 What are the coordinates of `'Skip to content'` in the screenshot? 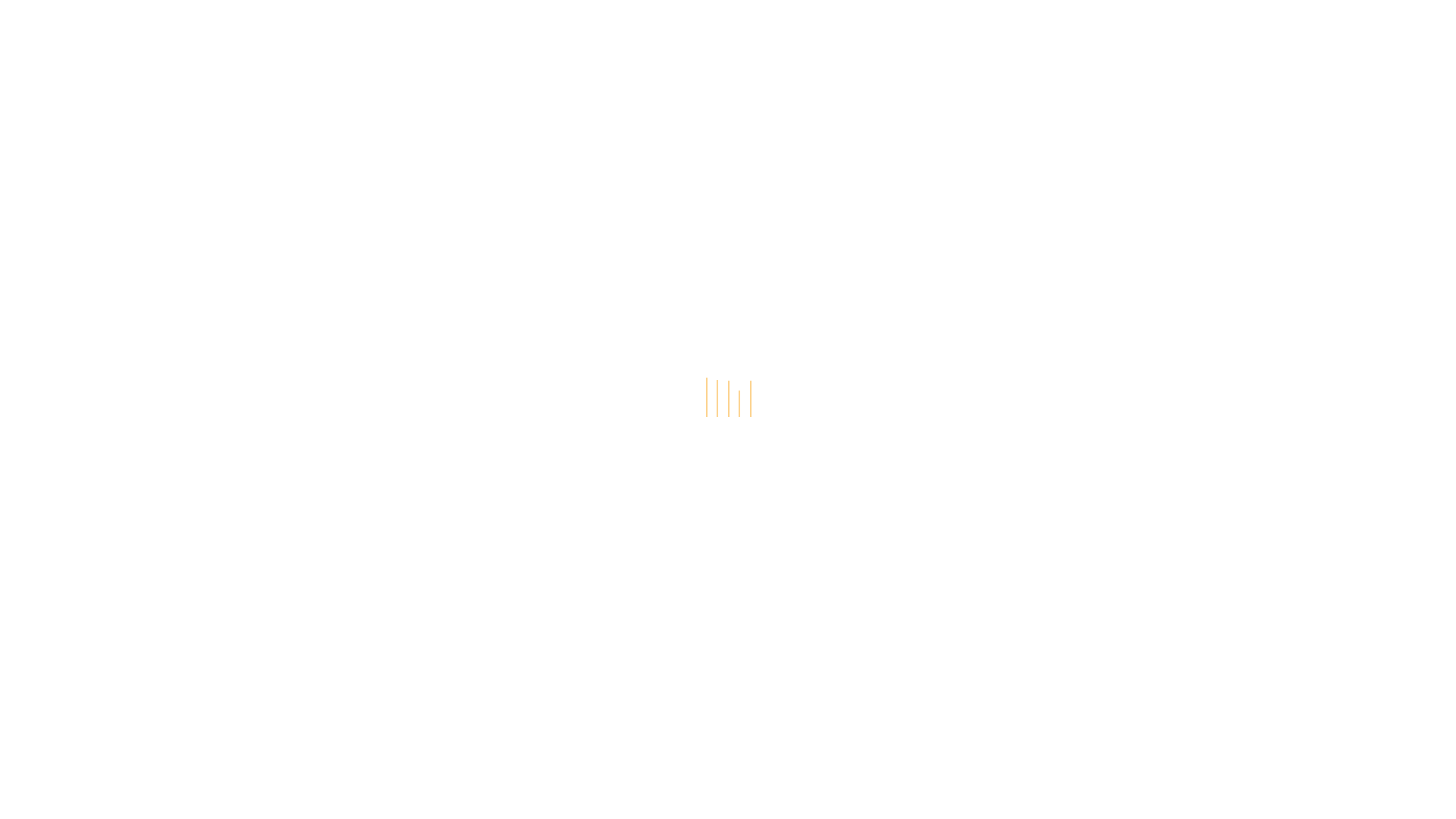 It's located at (0, 0).